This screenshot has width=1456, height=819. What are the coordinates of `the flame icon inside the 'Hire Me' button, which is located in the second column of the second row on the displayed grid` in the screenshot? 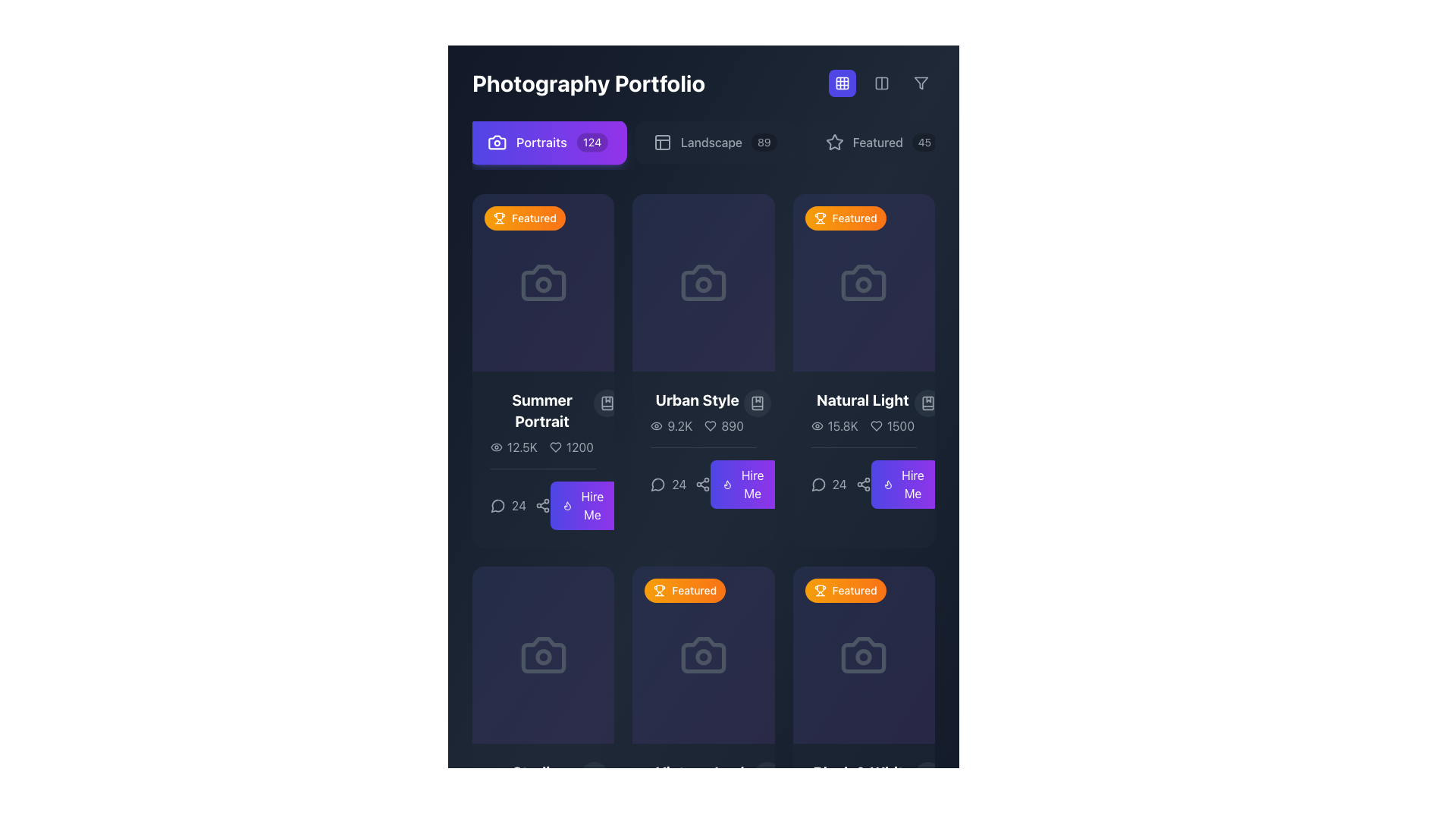 It's located at (728, 485).